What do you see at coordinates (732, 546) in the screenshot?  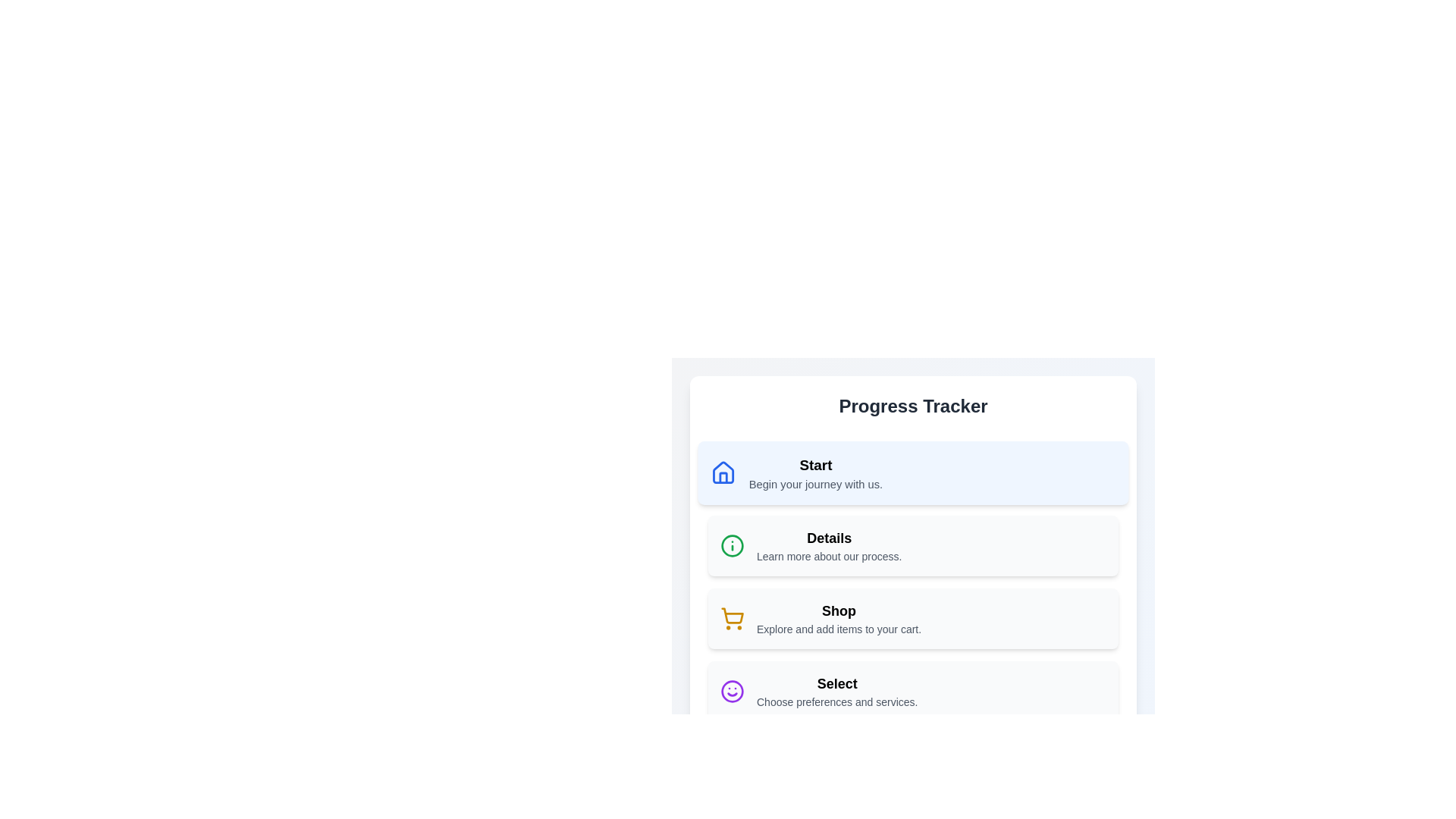 I see `the green circular graphical element that is part of the 'Details' section in the vertical list of steps` at bounding box center [732, 546].